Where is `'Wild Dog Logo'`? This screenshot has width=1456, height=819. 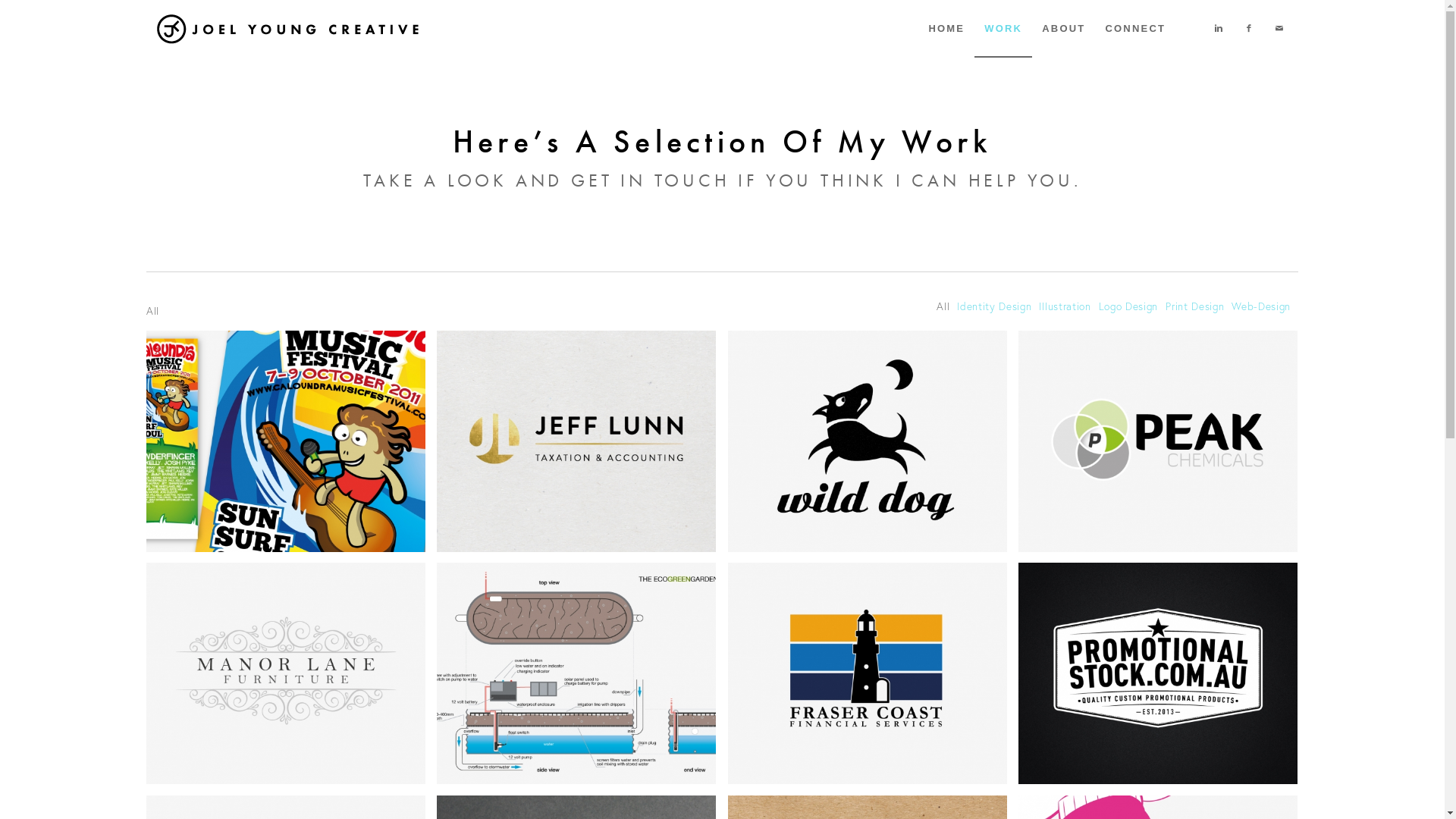 'Wild Dog Logo' is located at coordinates (874, 446).